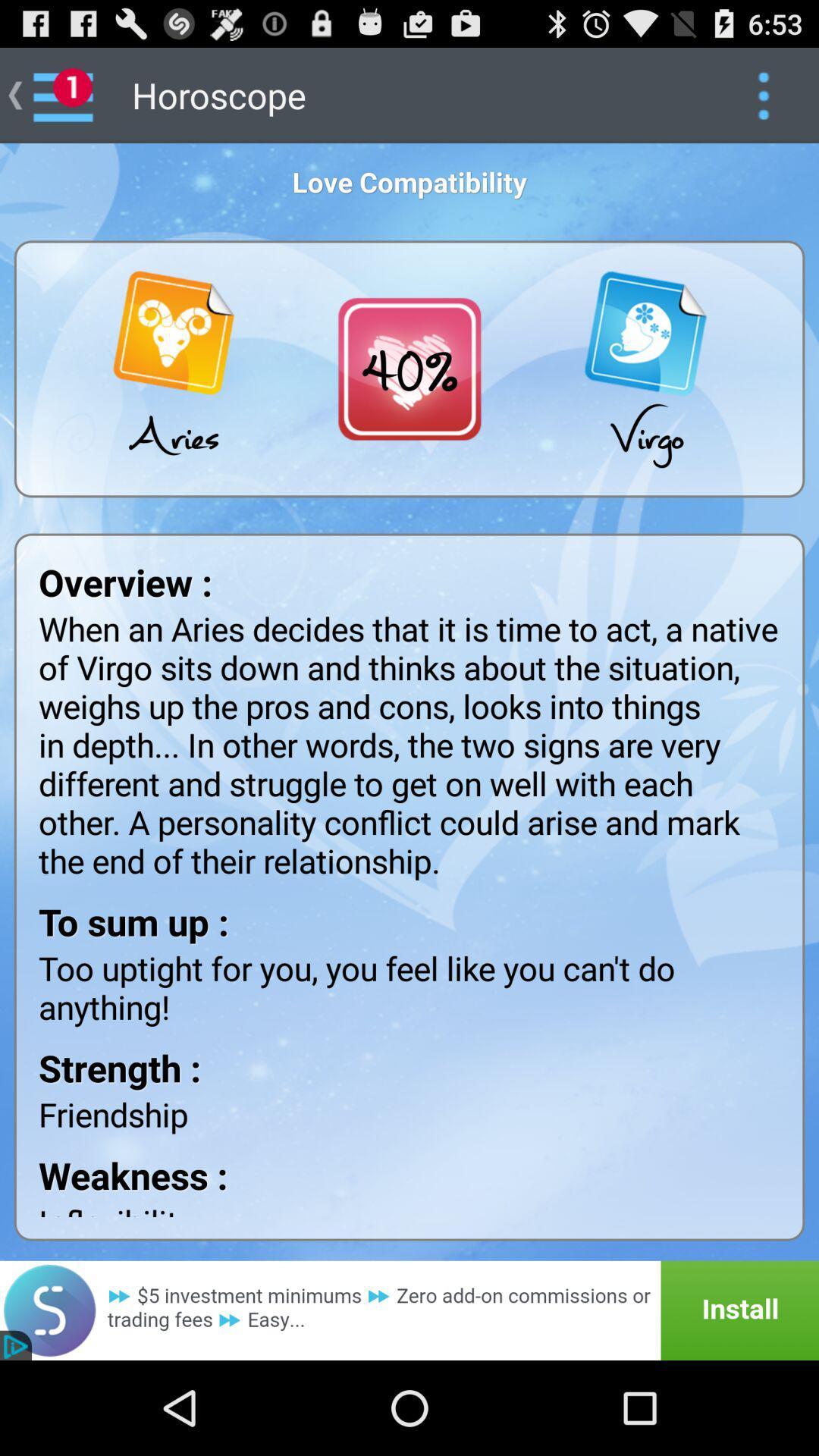 This screenshot has width=819, height=1456. I want to click on install app, so click(409, 1310).